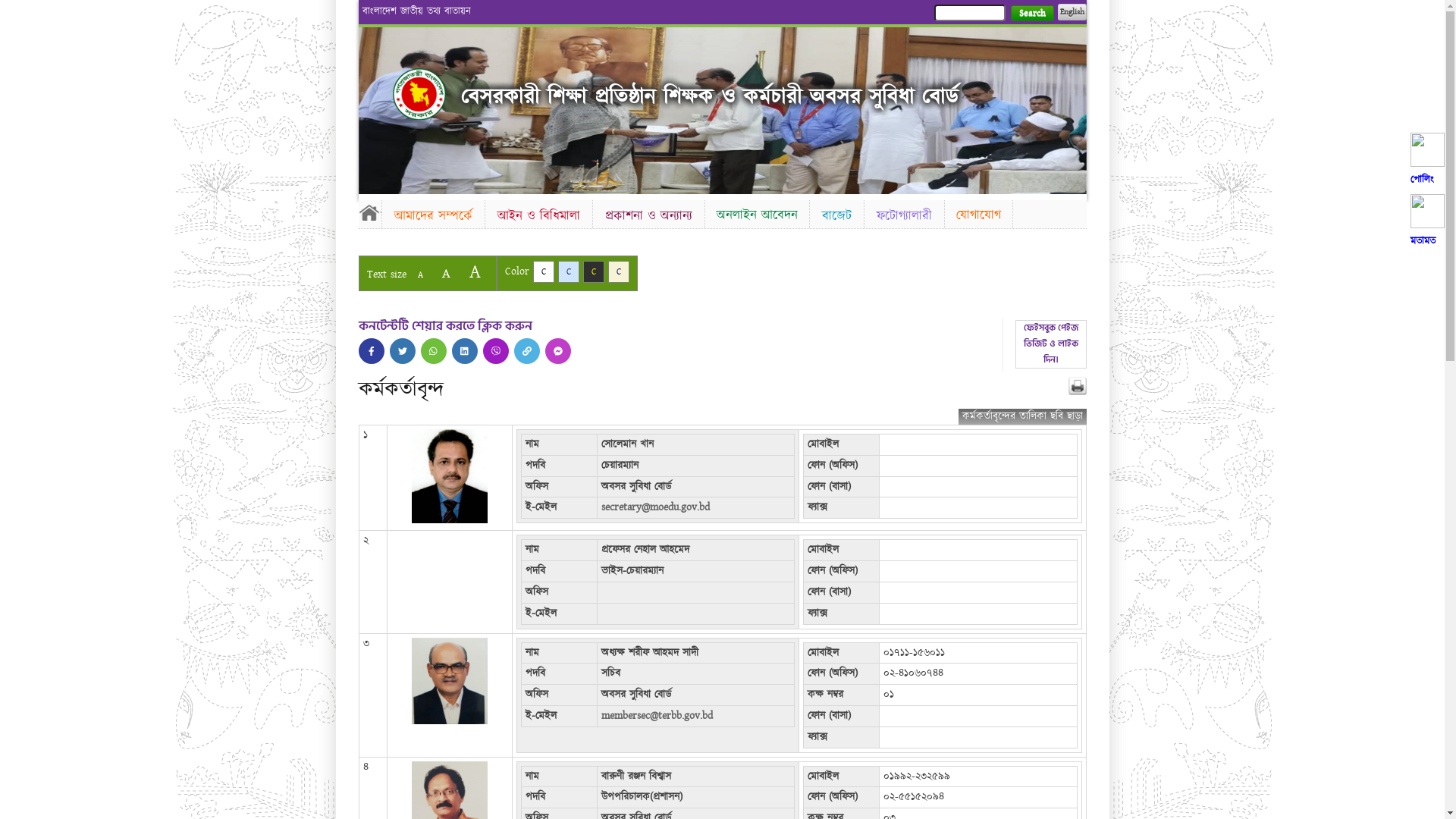 This screenshot has width=1456, height=819. I want to click on 'membersec@terbb.gov.bd', so click(657, 716).